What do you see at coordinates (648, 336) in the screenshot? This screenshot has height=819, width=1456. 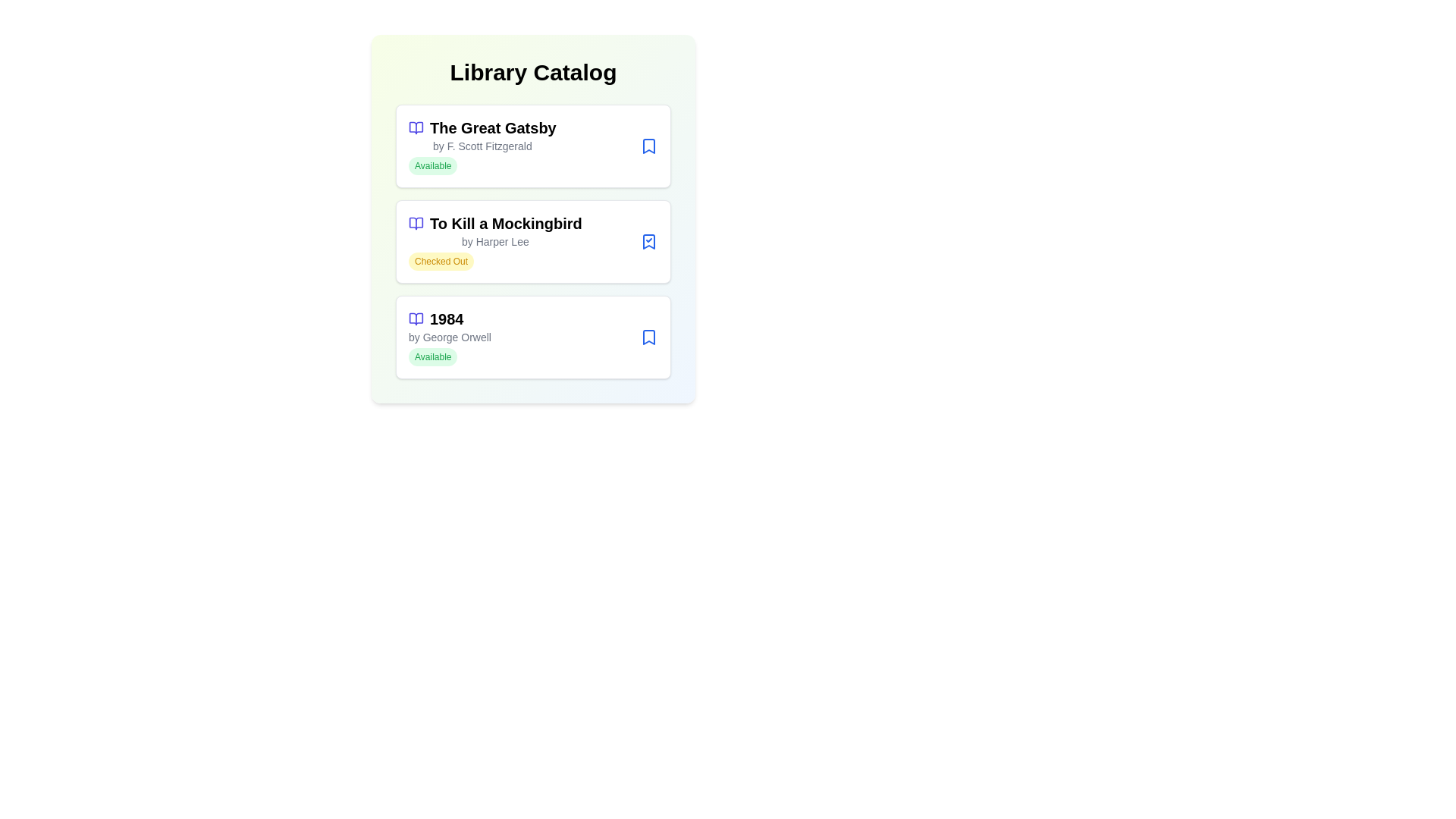 I see `the status button of a book to toggle its availability. Specify the book title as 1984` at bounding box center [648, 336].